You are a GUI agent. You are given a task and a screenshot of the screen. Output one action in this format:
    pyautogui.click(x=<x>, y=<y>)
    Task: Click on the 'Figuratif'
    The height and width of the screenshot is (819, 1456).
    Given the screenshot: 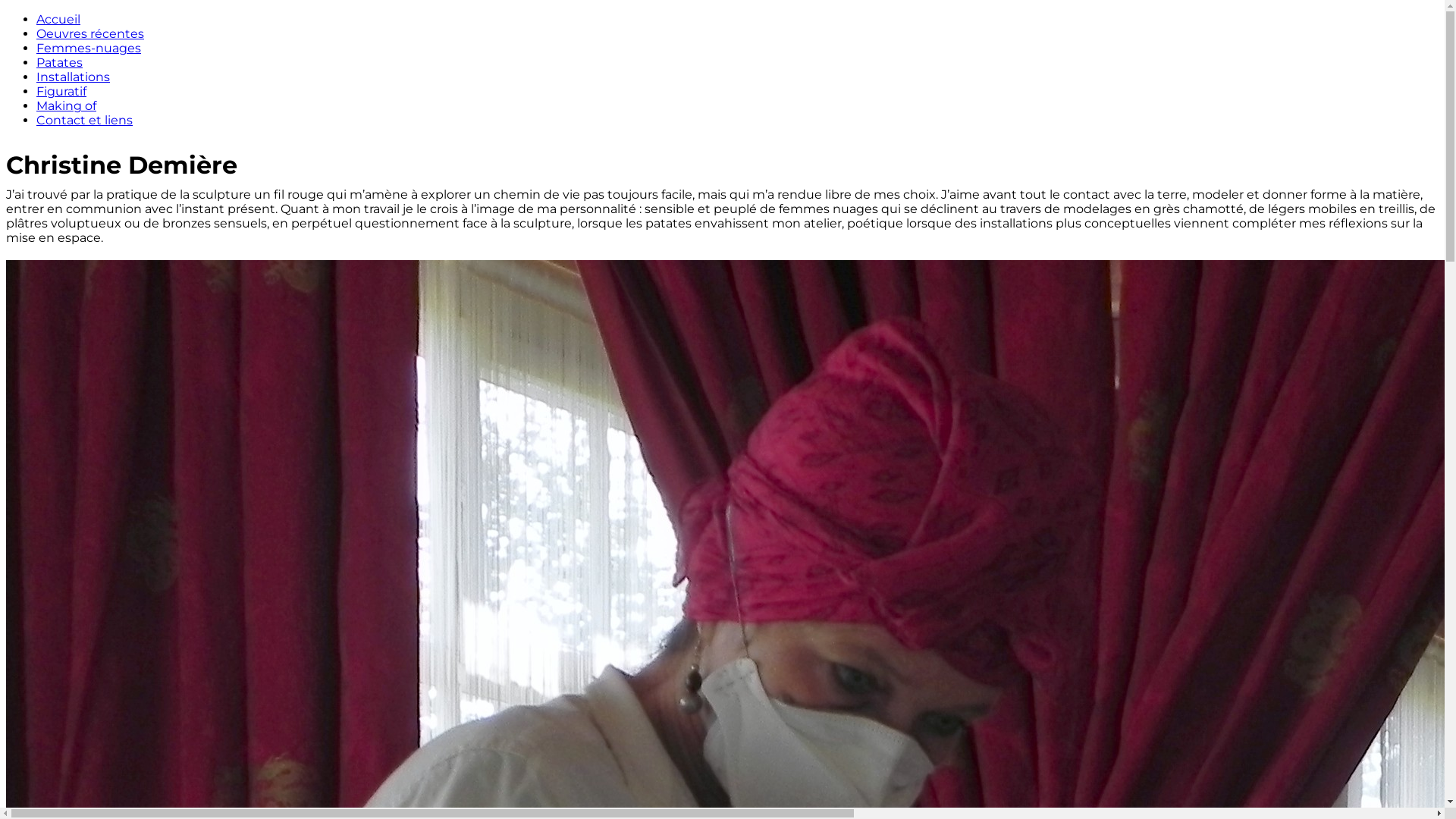 What is the action you would take?
    pyautogui.click(x=61, y=91)
    